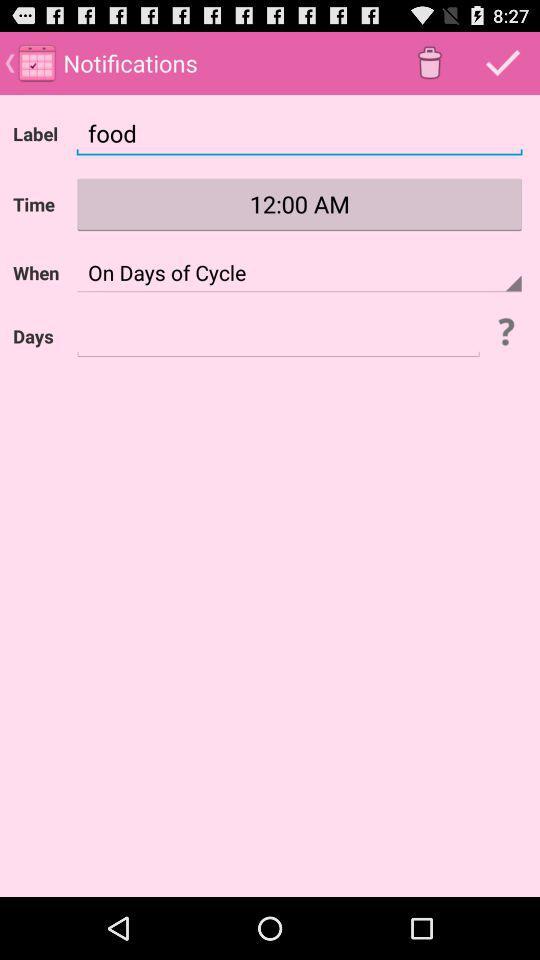 The image size is (540, 960). Describe the element at coordinates (429, 63) in the screenshot. I see `bin icon` at that location.